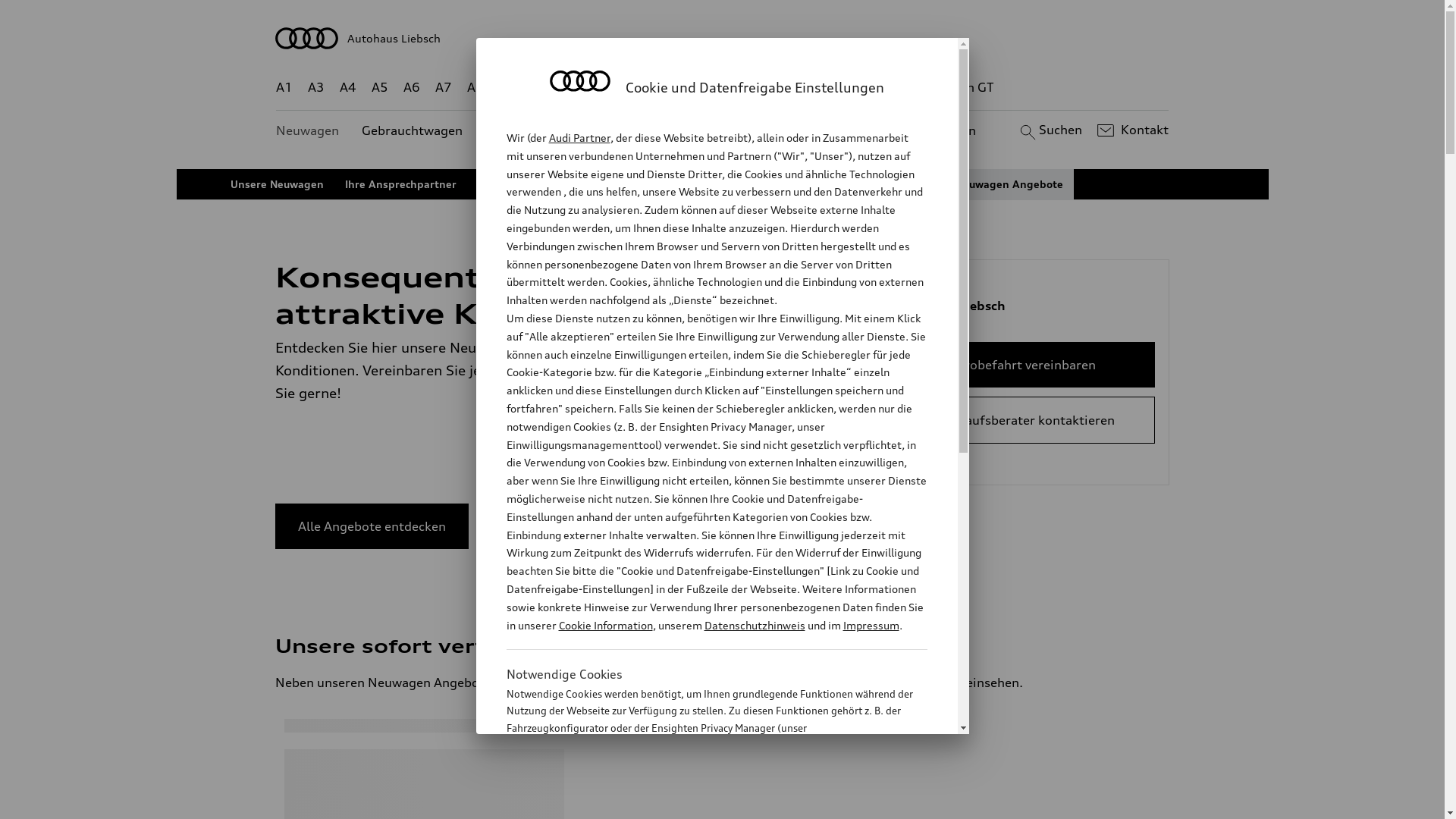 Image resolution: width=1456 pixels, height=819 pixels. Describe the element at coordinates (637, 87) in the screenshot. I see `'Q5'` at that location.